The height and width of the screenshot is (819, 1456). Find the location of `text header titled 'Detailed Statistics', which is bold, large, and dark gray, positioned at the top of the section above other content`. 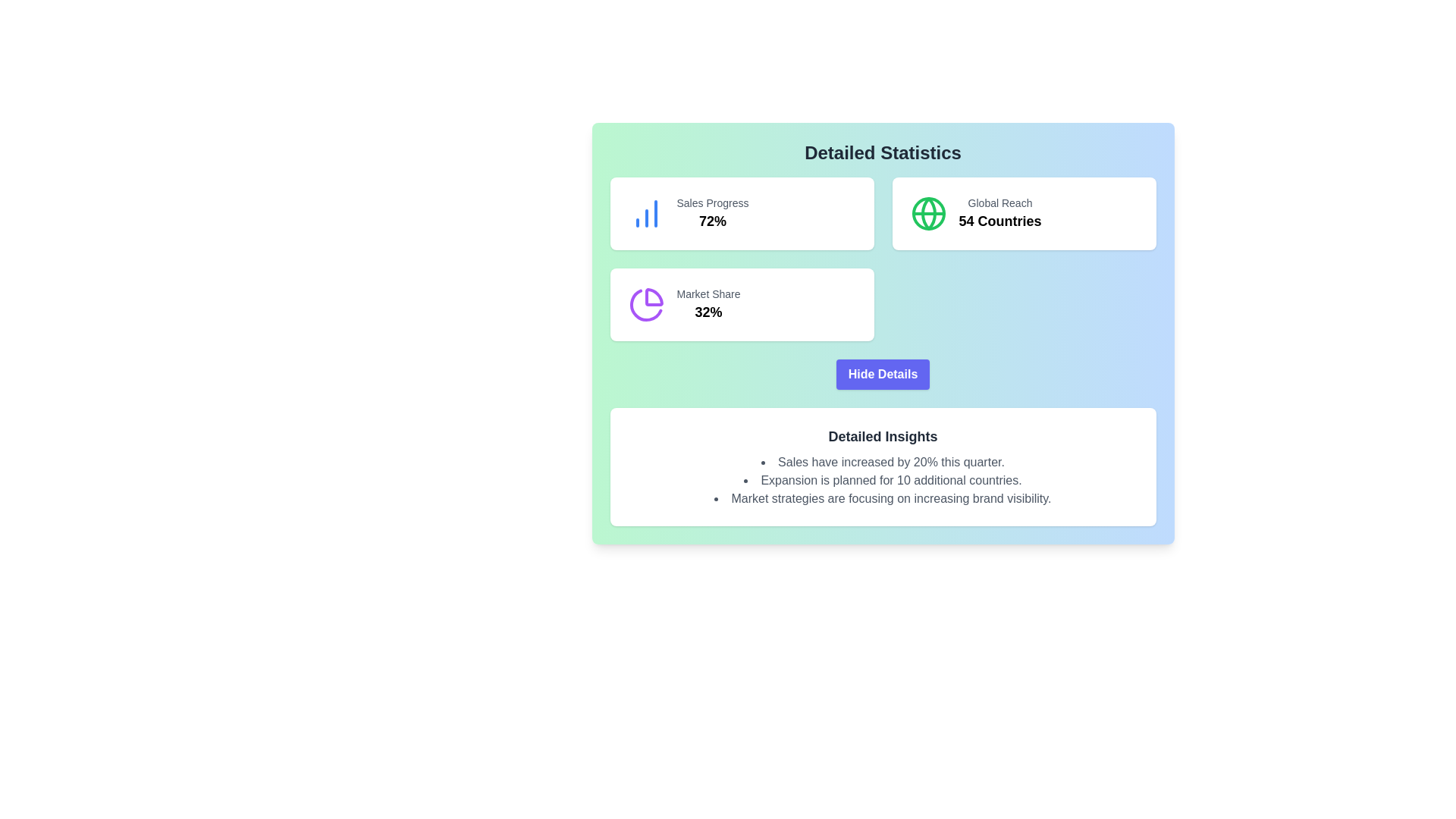

text header titled 'Detailed Statistics', which is bold, large, and dark gray, positioned at the top of the section above other content is located at coordinates (883, 152).